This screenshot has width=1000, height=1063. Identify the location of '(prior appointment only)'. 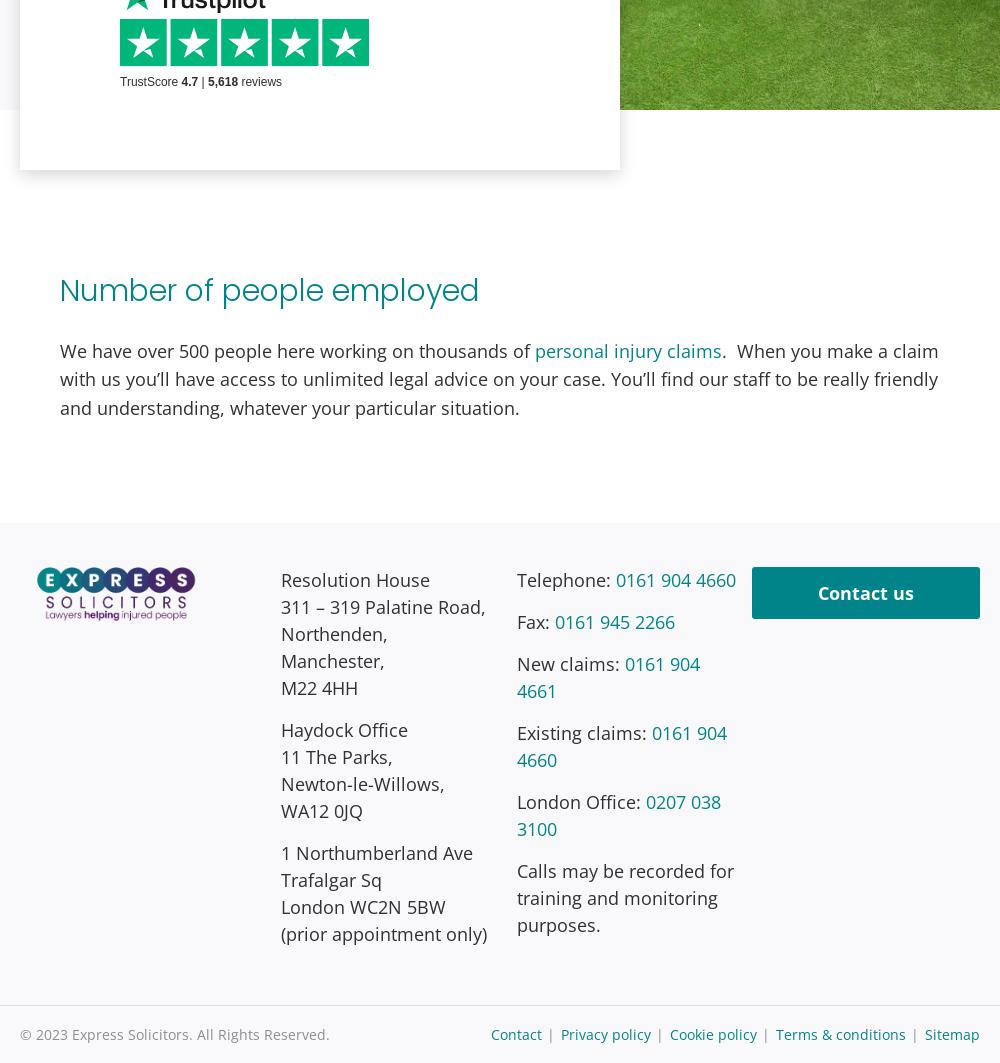
(383, 931).